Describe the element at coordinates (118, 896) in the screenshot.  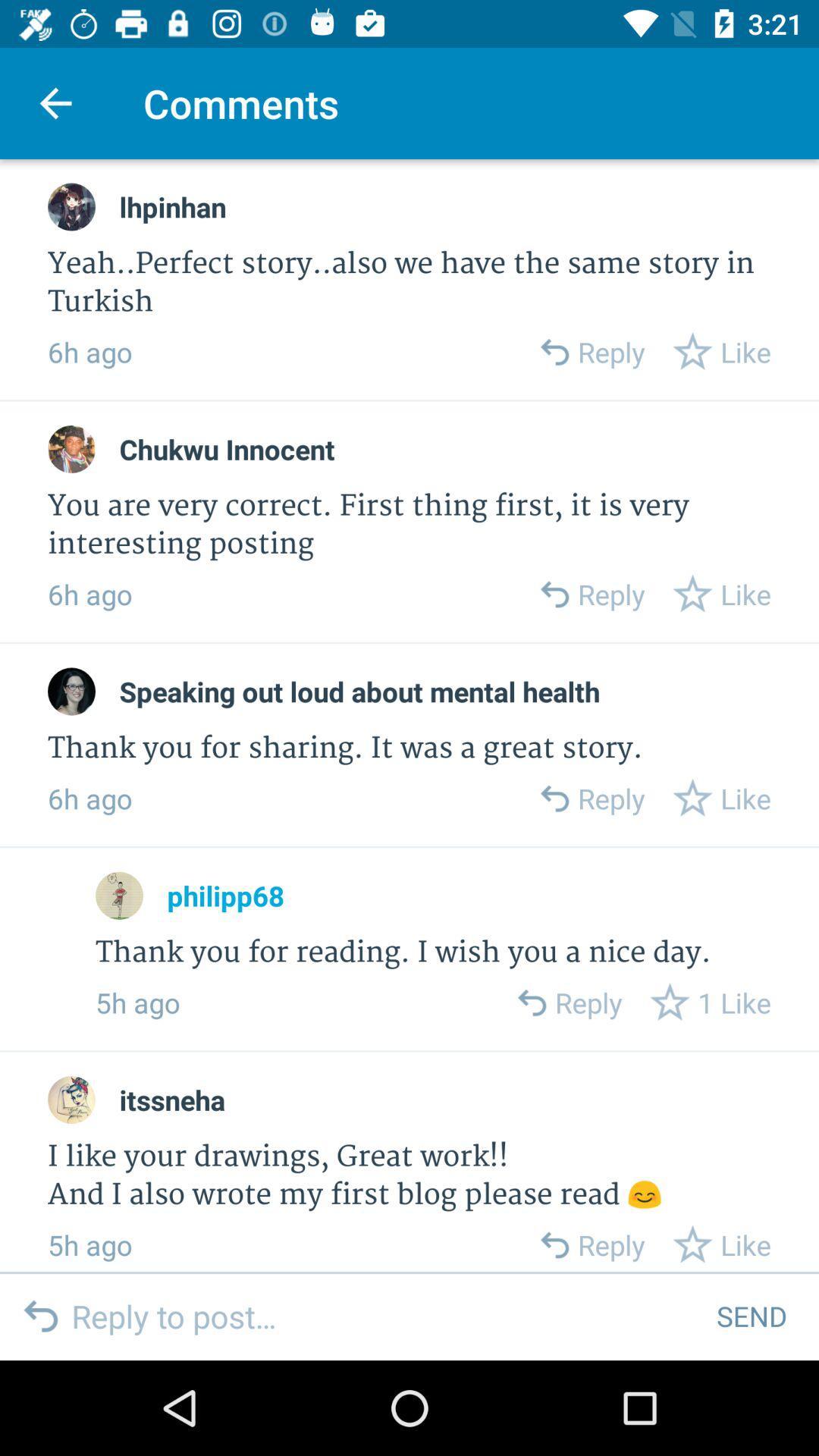
I see `read user 's other posts` at that location.